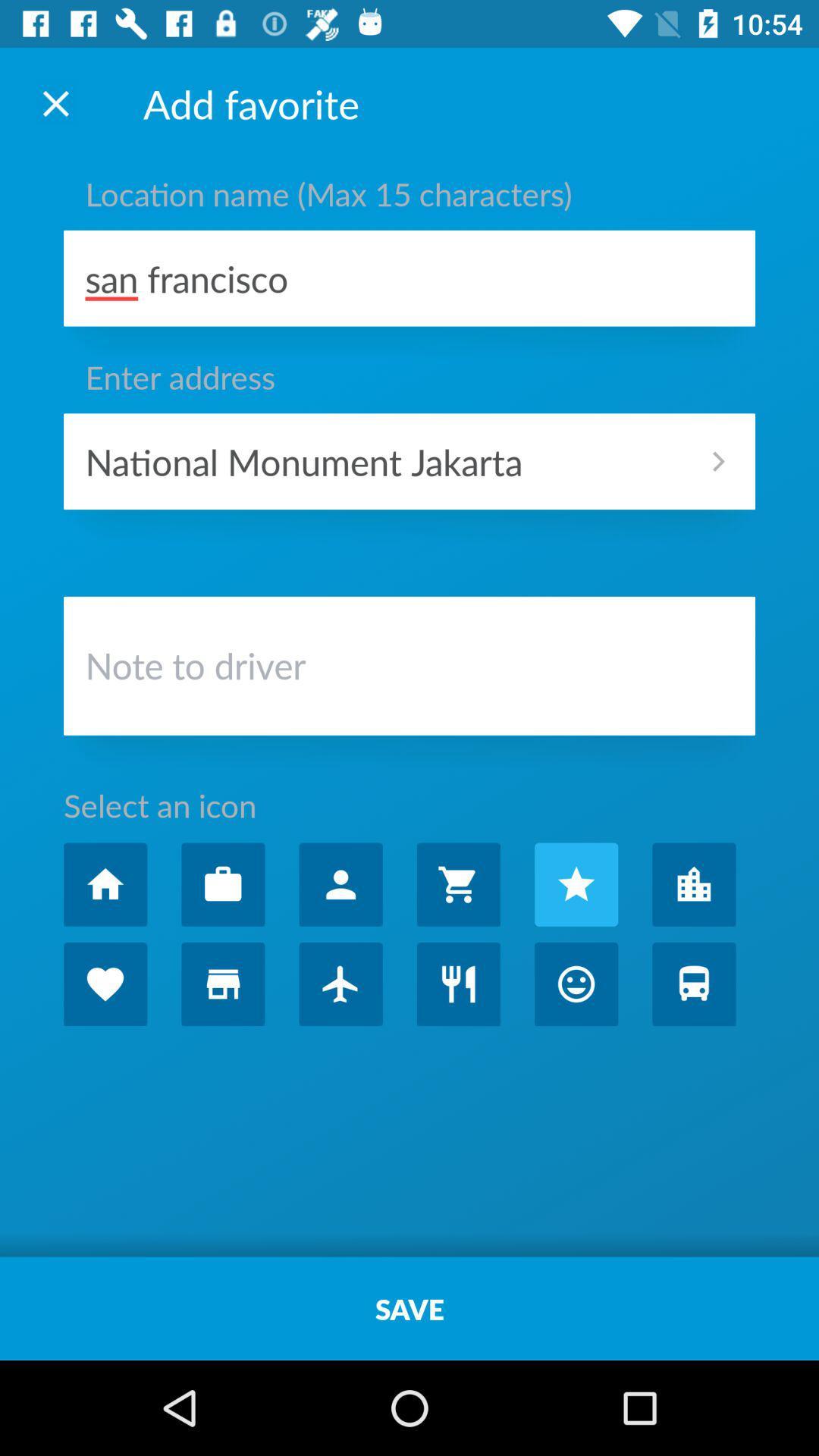 This screenshot has height=1456, width=819. I want to click on the page, so click(55, 102).